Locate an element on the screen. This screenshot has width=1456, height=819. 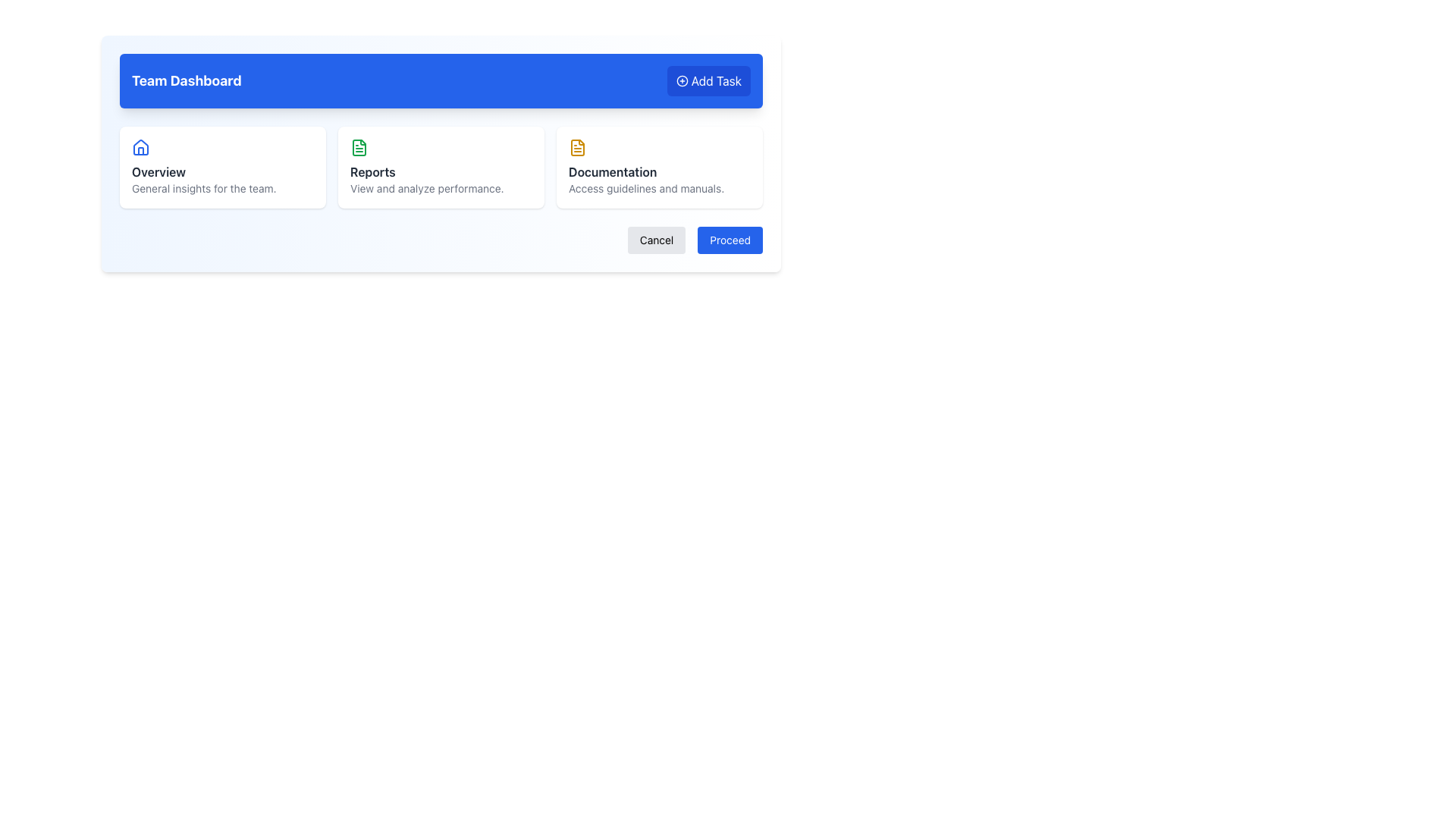
the call-to-action button located at the bottom right corner of the layout, which is the second button from the left in a horizontal grouping, to initiate an action is located at coordinates (730, 239).